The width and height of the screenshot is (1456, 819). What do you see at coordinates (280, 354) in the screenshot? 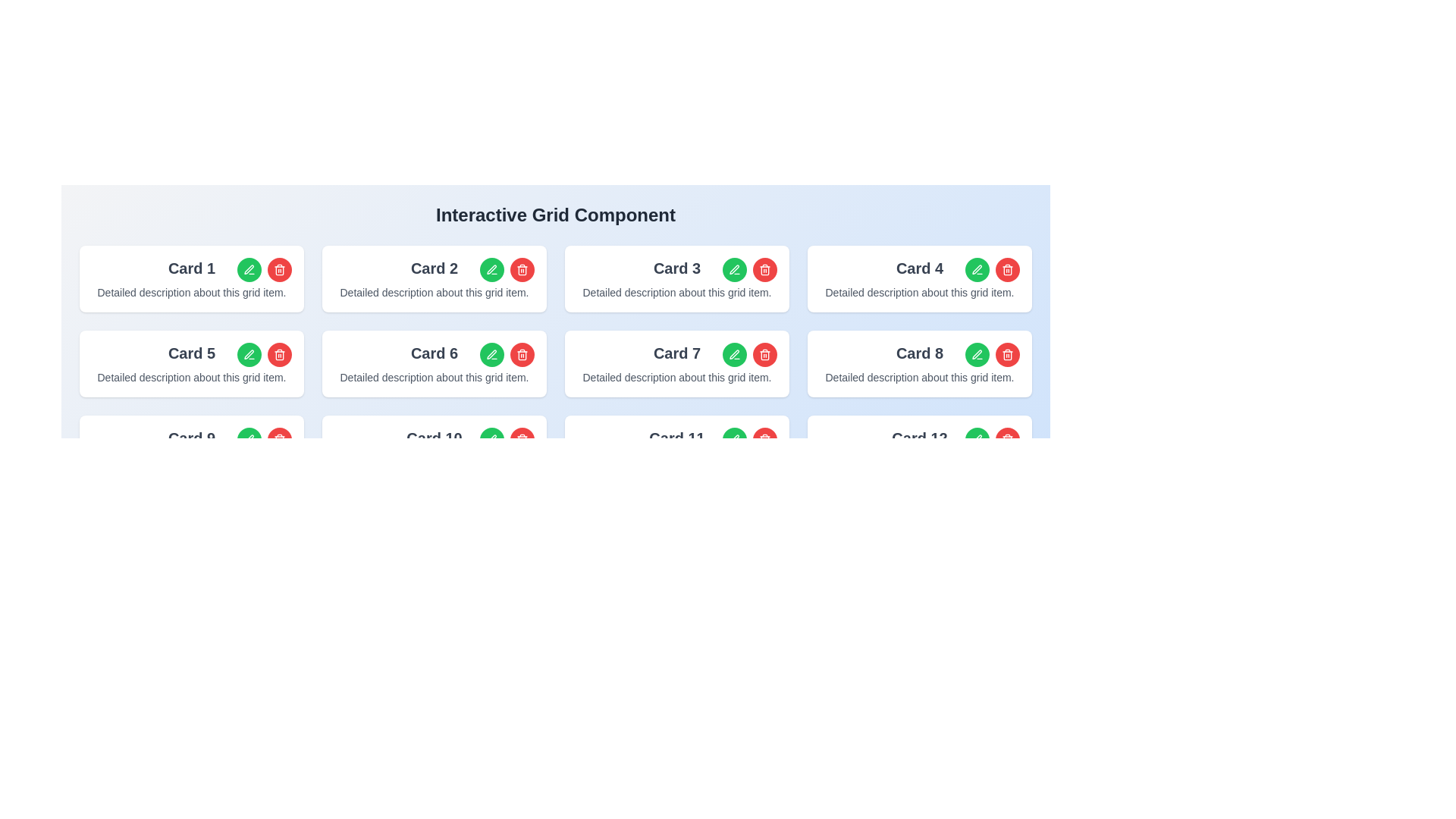
I see `the delete icon button located at the top-right corner of 'Card 5'` at bounding box center [280, 354].